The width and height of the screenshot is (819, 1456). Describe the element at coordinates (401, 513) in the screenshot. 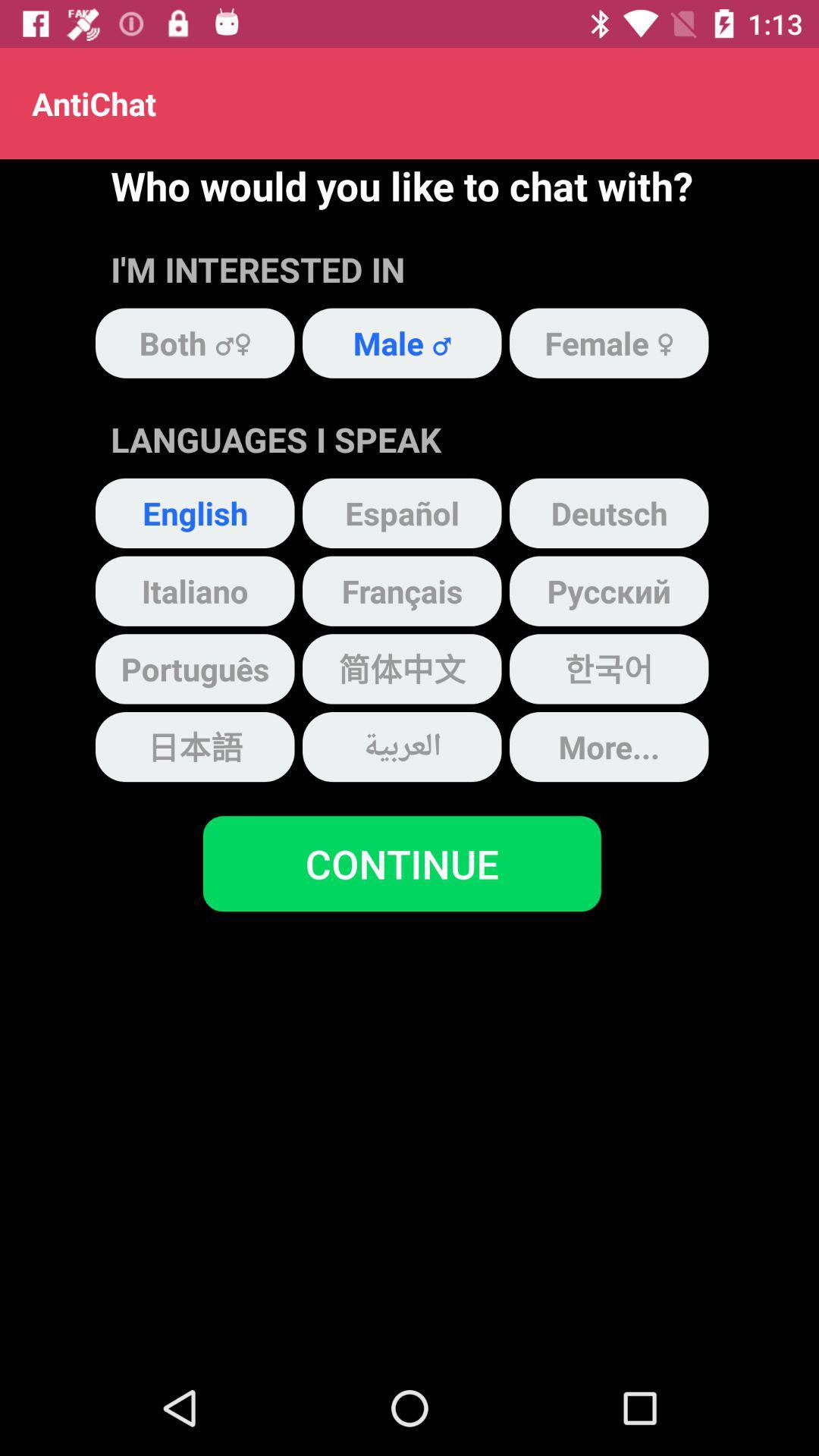

I see `the item below the languages i speak icon` at that location.